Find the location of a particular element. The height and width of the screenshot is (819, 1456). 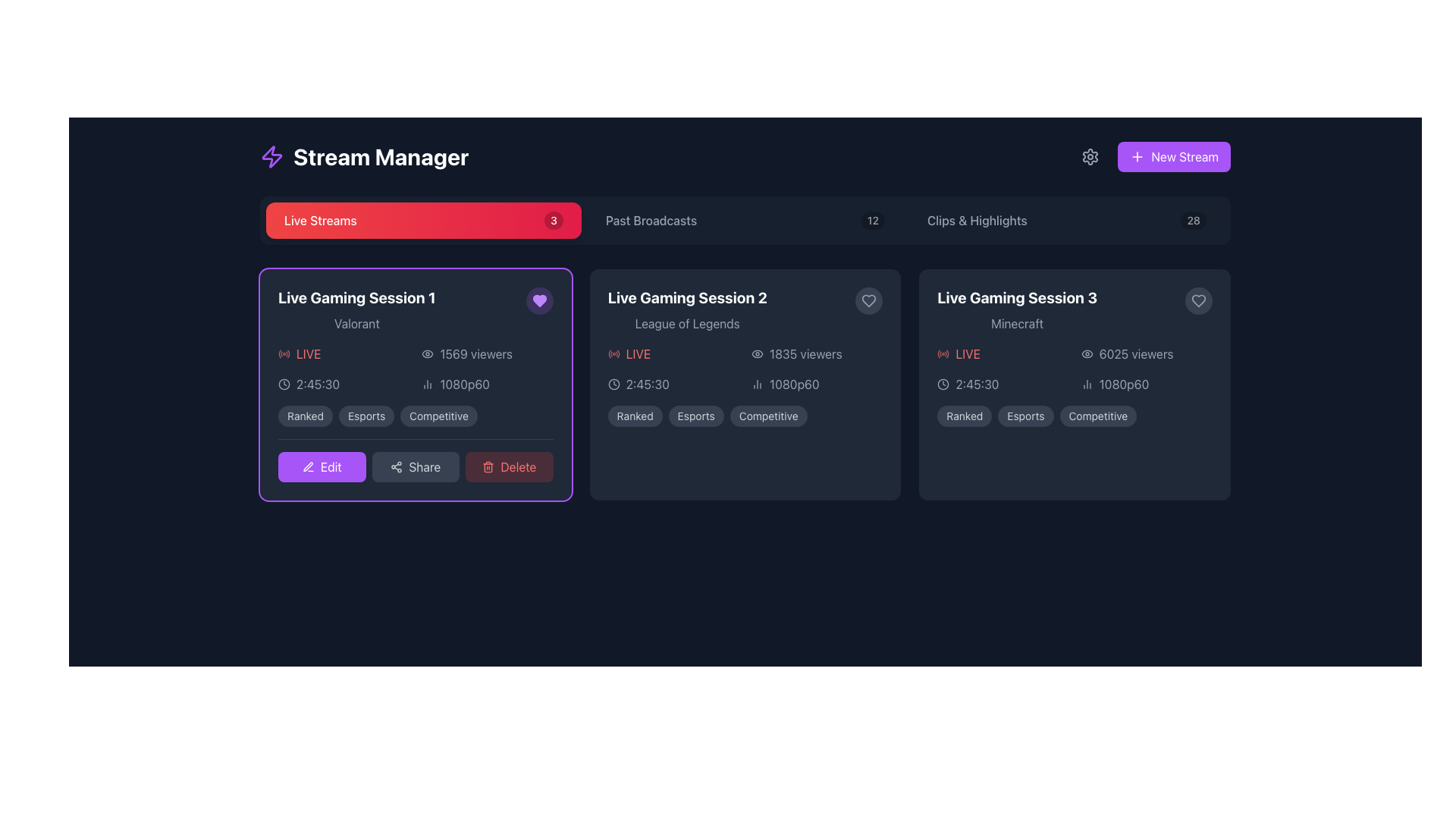

the displayed number '3' in the circular Notification Badge, which is located on the top-right of the red 'Live Streams' button is located at coordinates (553, 220).